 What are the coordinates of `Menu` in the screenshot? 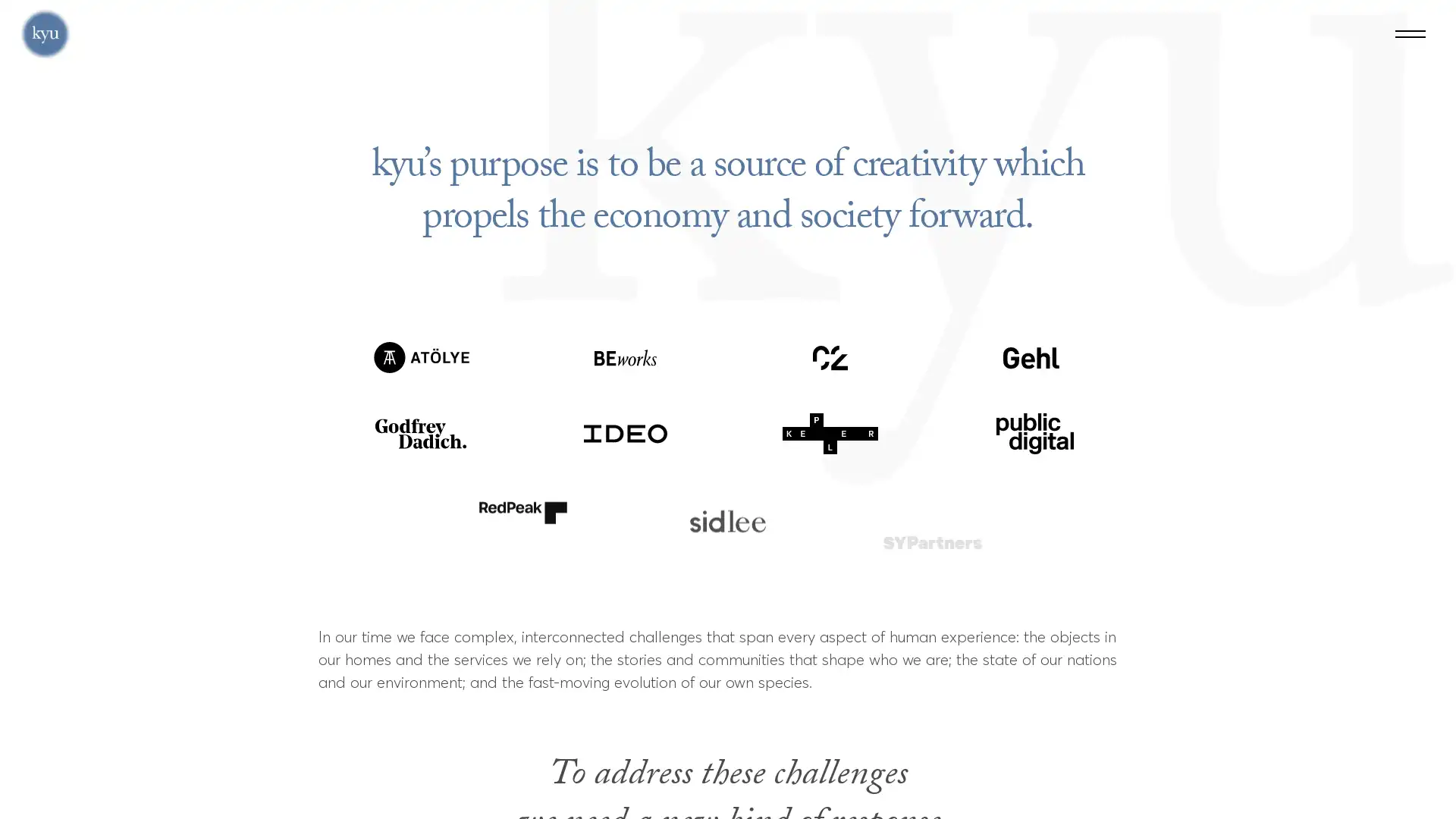 It's located at (1410, 34).